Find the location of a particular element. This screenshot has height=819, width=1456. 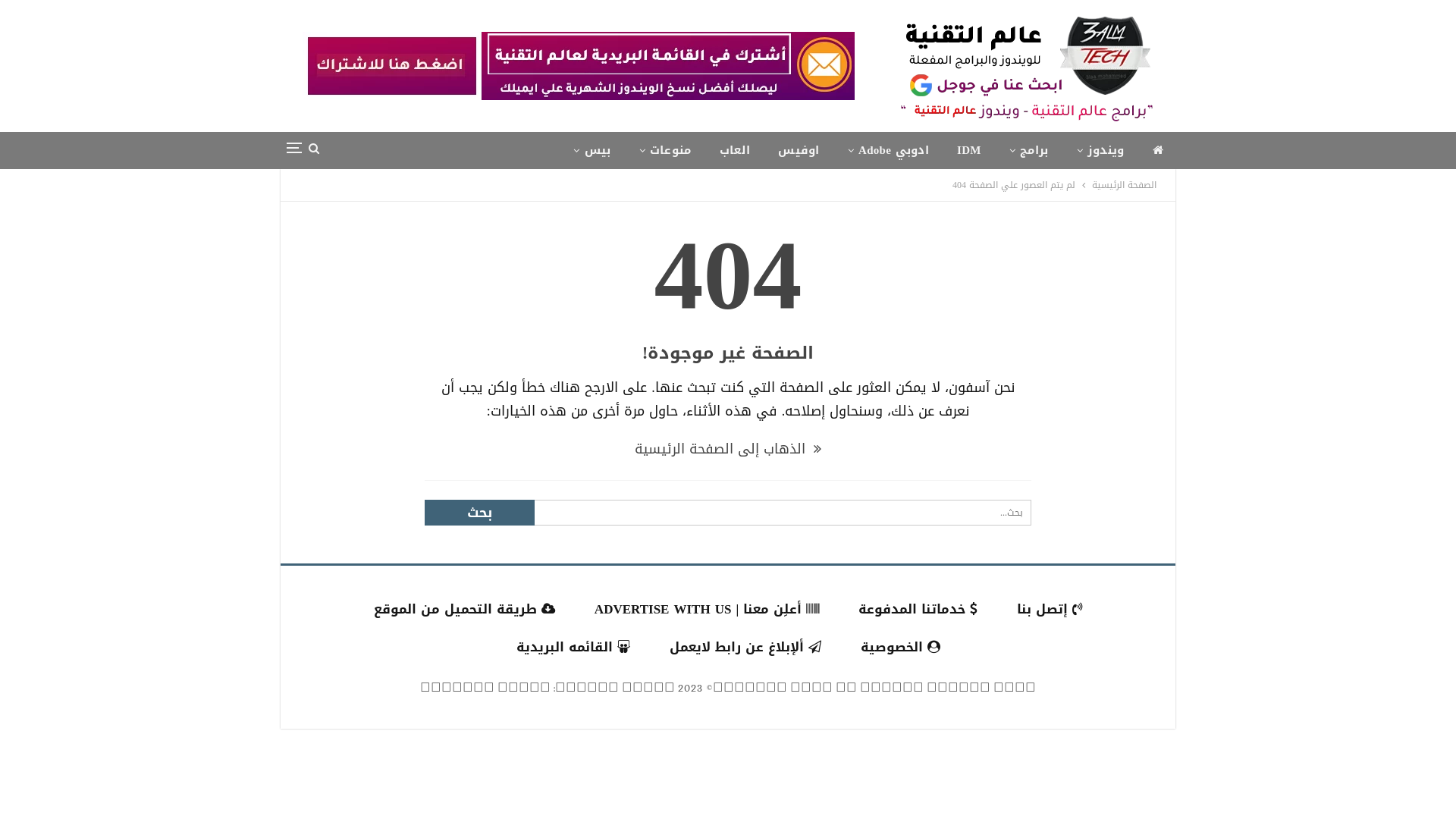

'IDM' is located at coordinates (944, 150).